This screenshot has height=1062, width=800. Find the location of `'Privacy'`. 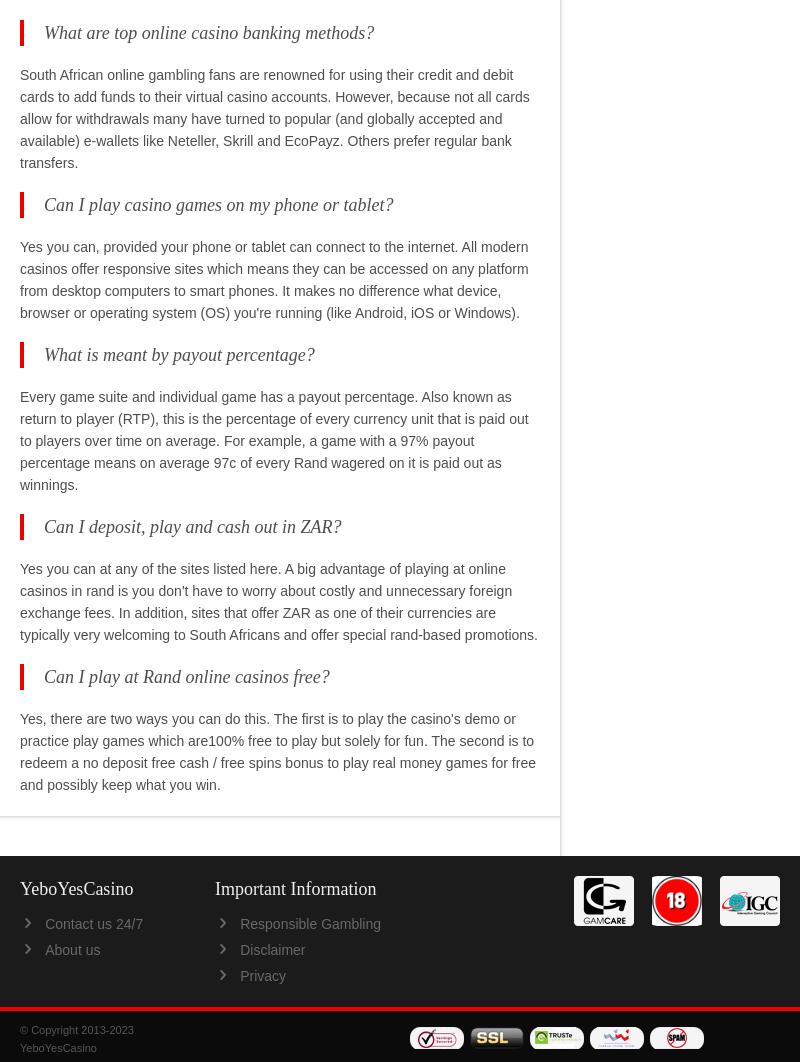

'Privacy' is located at coordinates (261, 974).